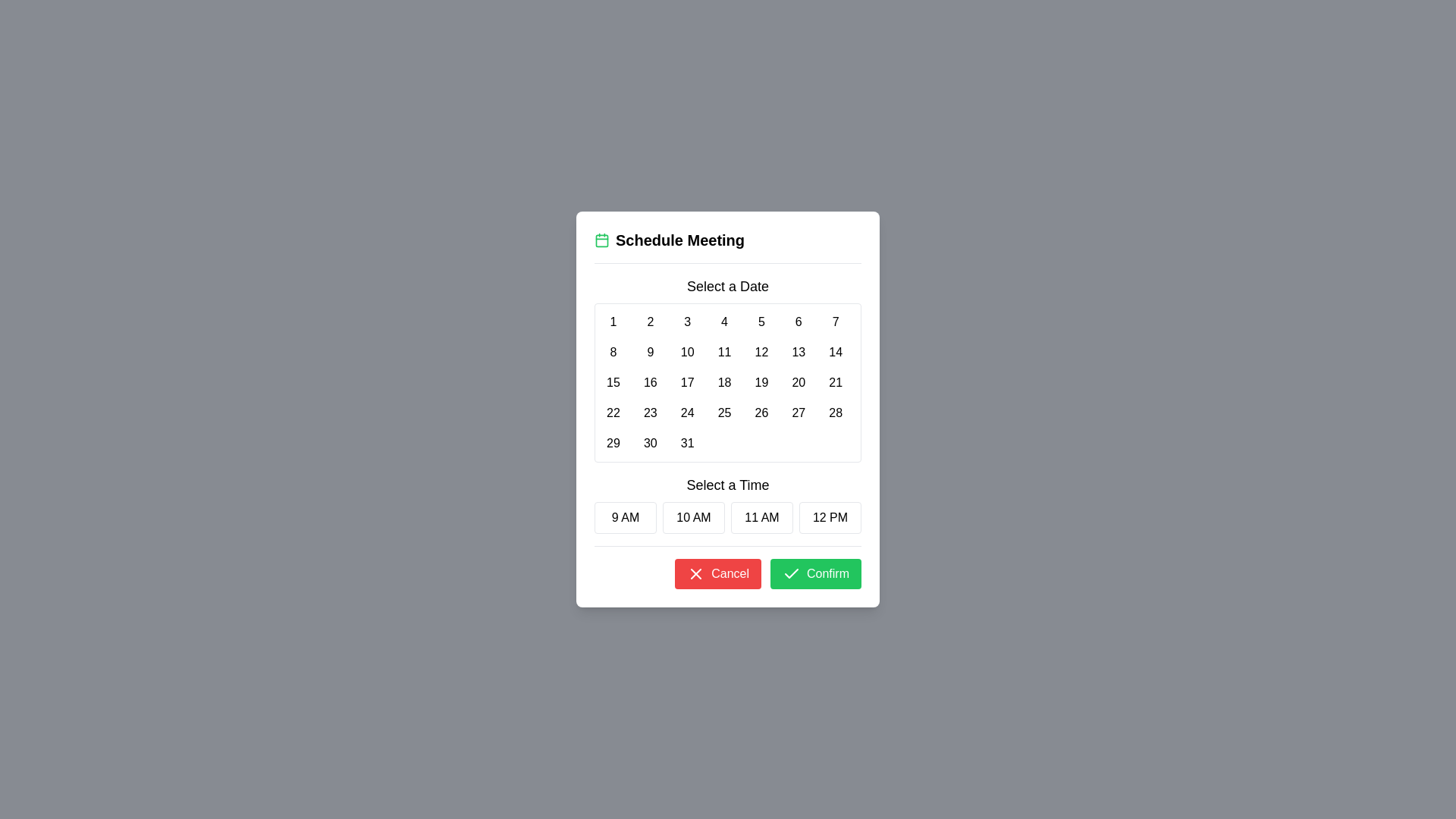 This screenshot has width=1456, height=819. I want to click on the rounded square button labeled '29', so click(613, 444).